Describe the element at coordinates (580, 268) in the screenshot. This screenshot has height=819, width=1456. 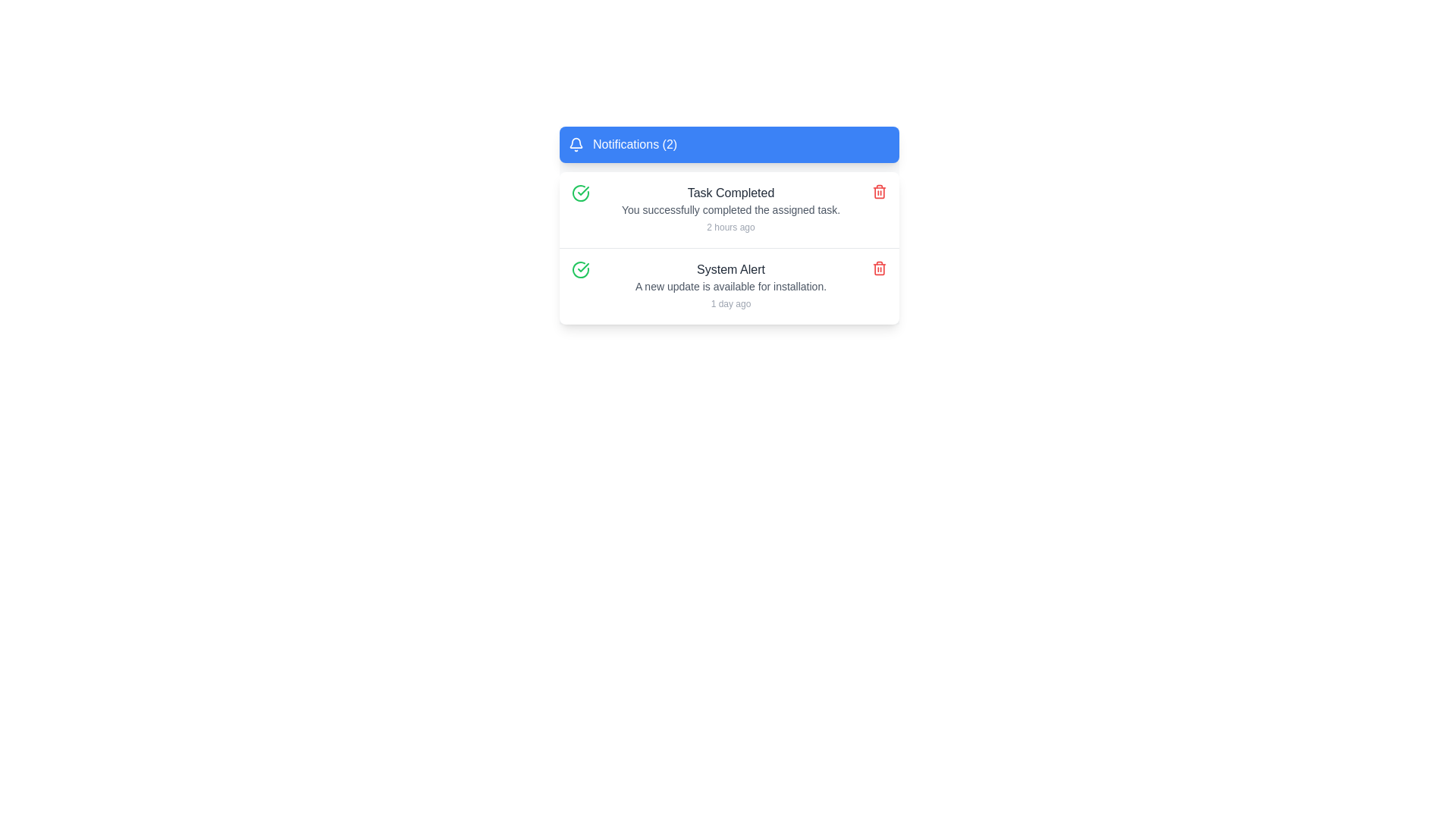
I see `the solid green circle icon with a checkmark symbol located to the left of the 'System Alert' text in the middle section of the notification card` at that location.